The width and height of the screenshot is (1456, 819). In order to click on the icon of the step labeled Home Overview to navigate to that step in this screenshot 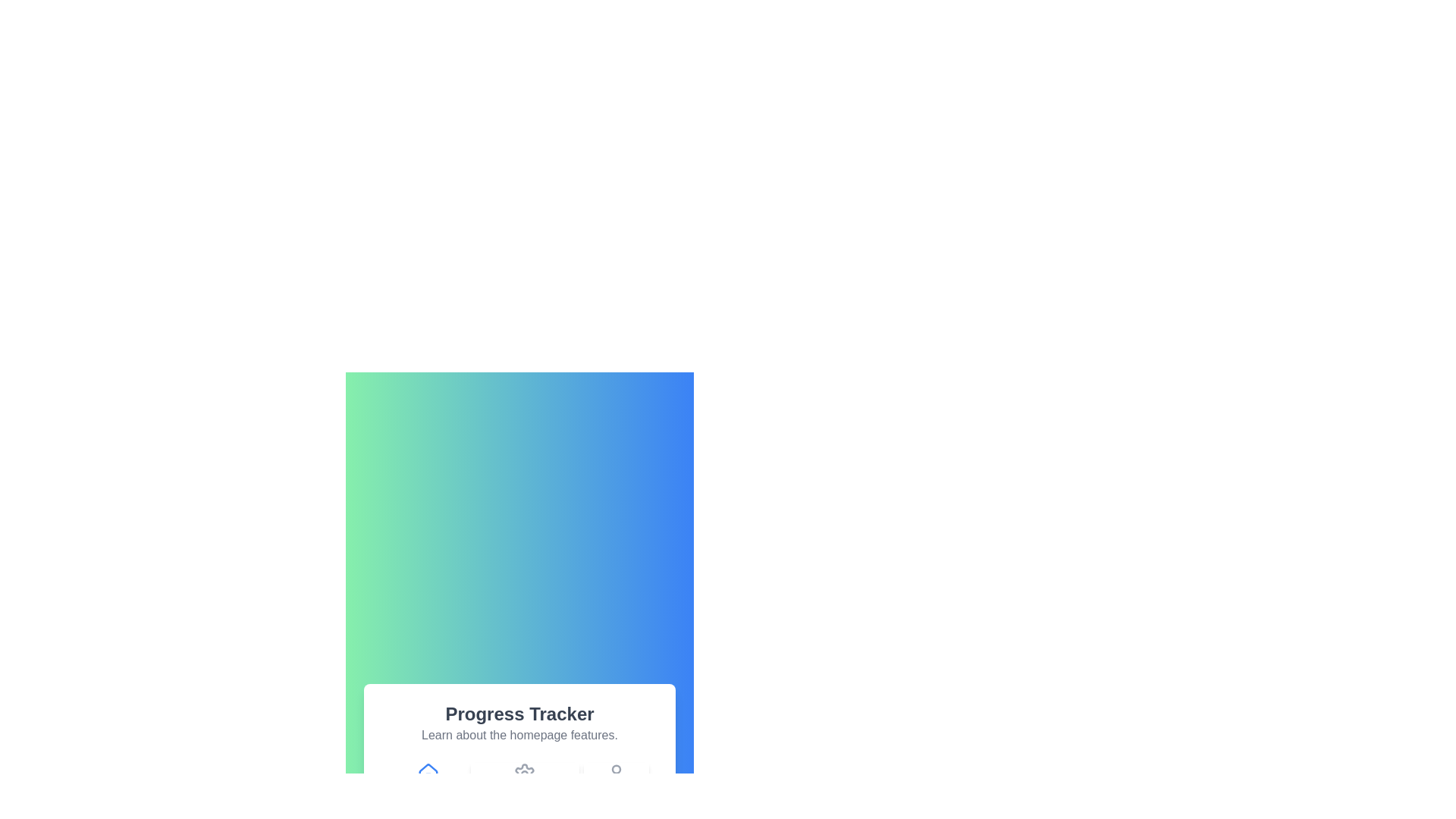, I will do `click(427, 784)`.